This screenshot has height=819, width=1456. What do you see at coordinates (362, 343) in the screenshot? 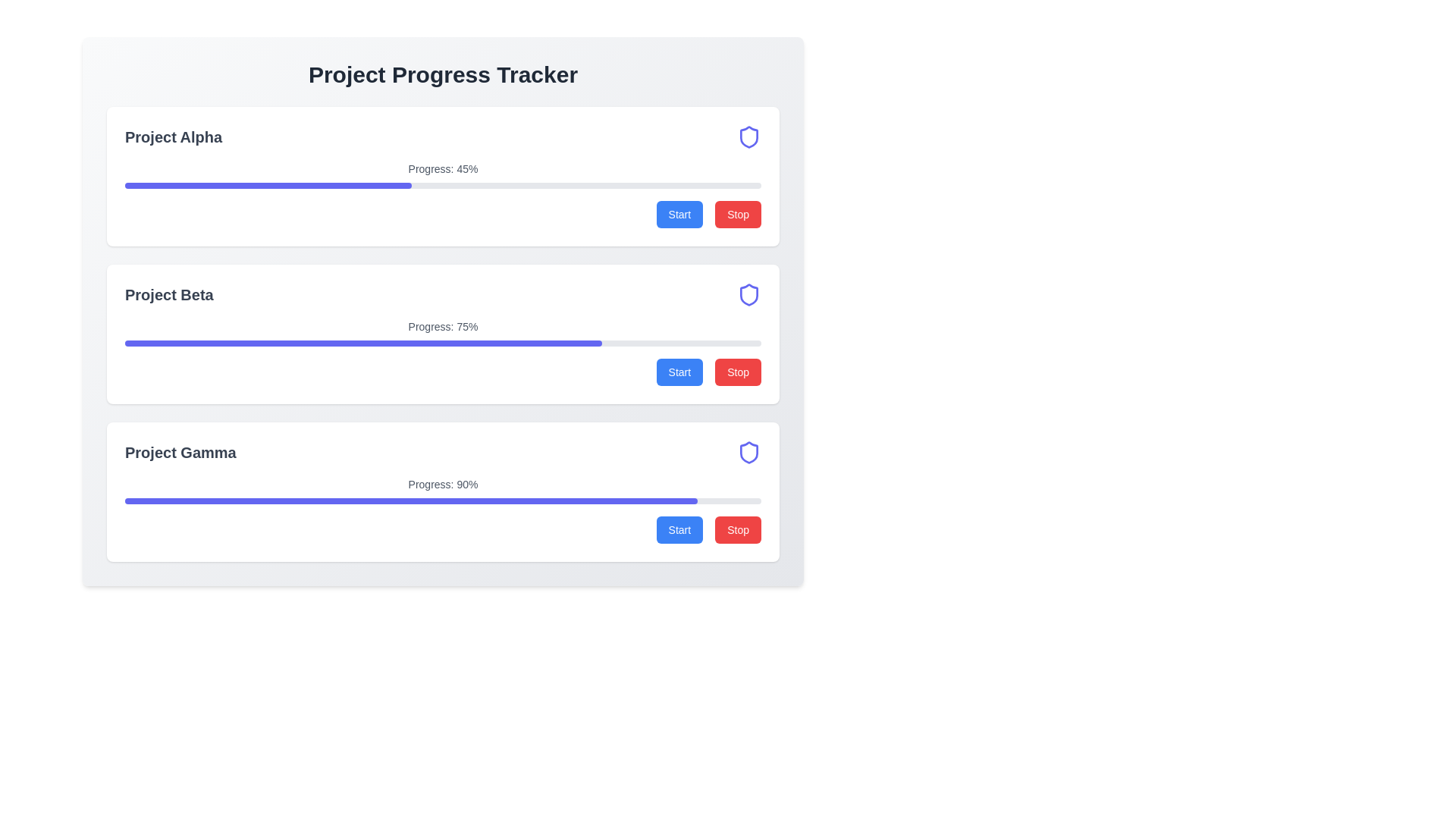
I see `the progress indicator bar representing 75% completion for 'Project Beta'` at bounding box center [362, 343].